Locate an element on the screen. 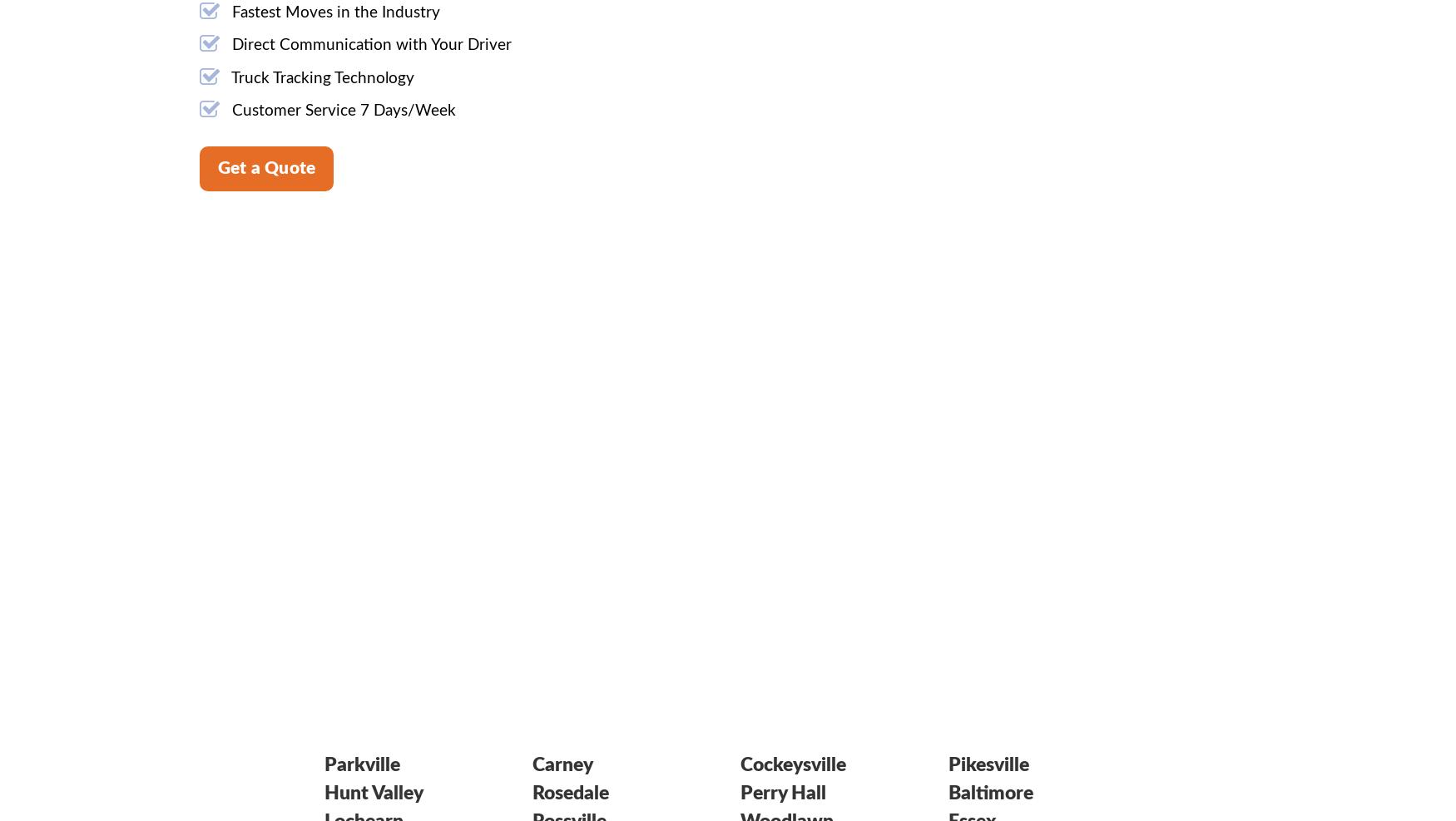 Image resolution: width=1456 pixels, height=821 pixels. 'Parkville' is located at coordinates (361, 764).